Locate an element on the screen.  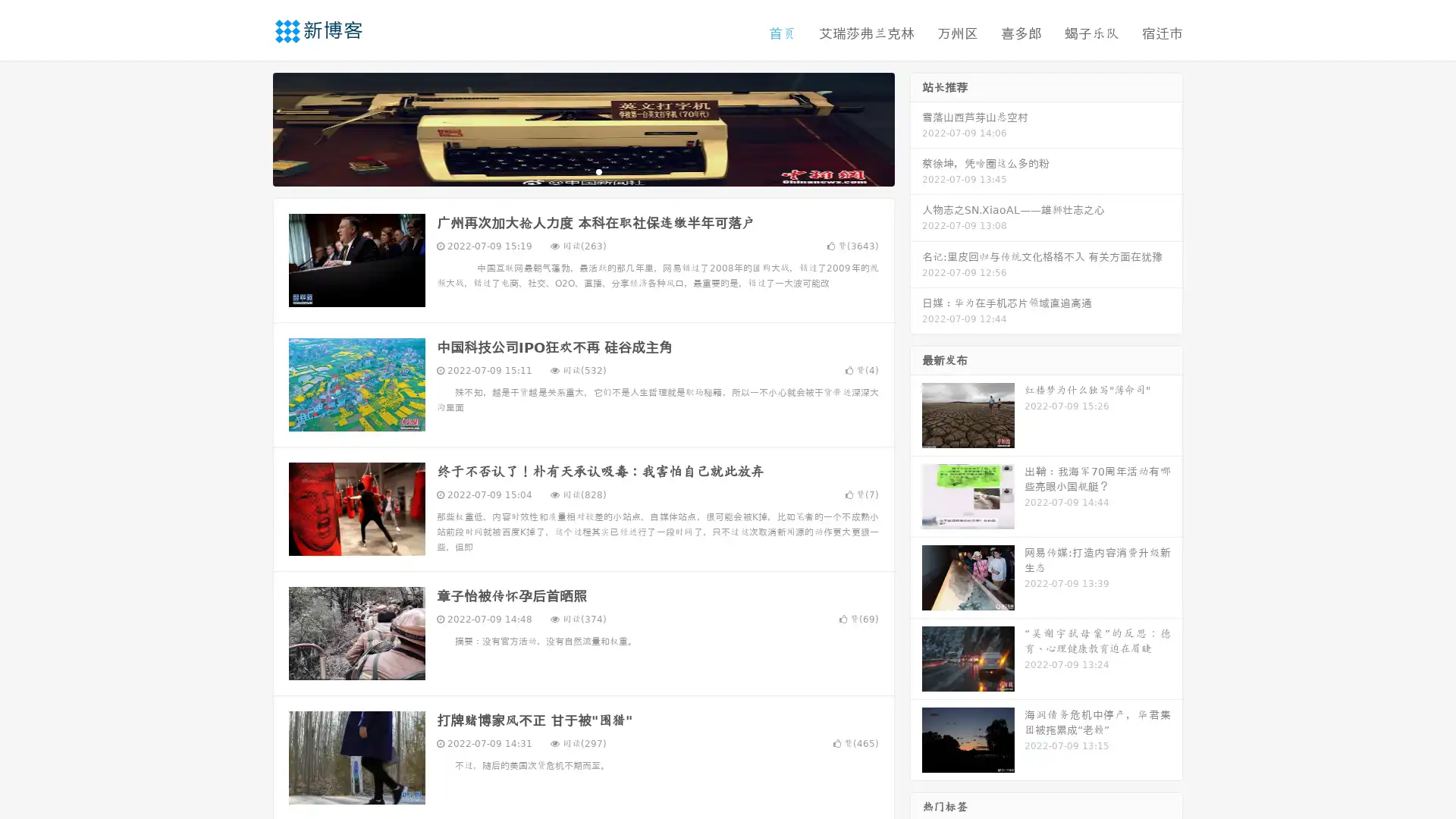
Next slide is located at coordinates (916, 127).